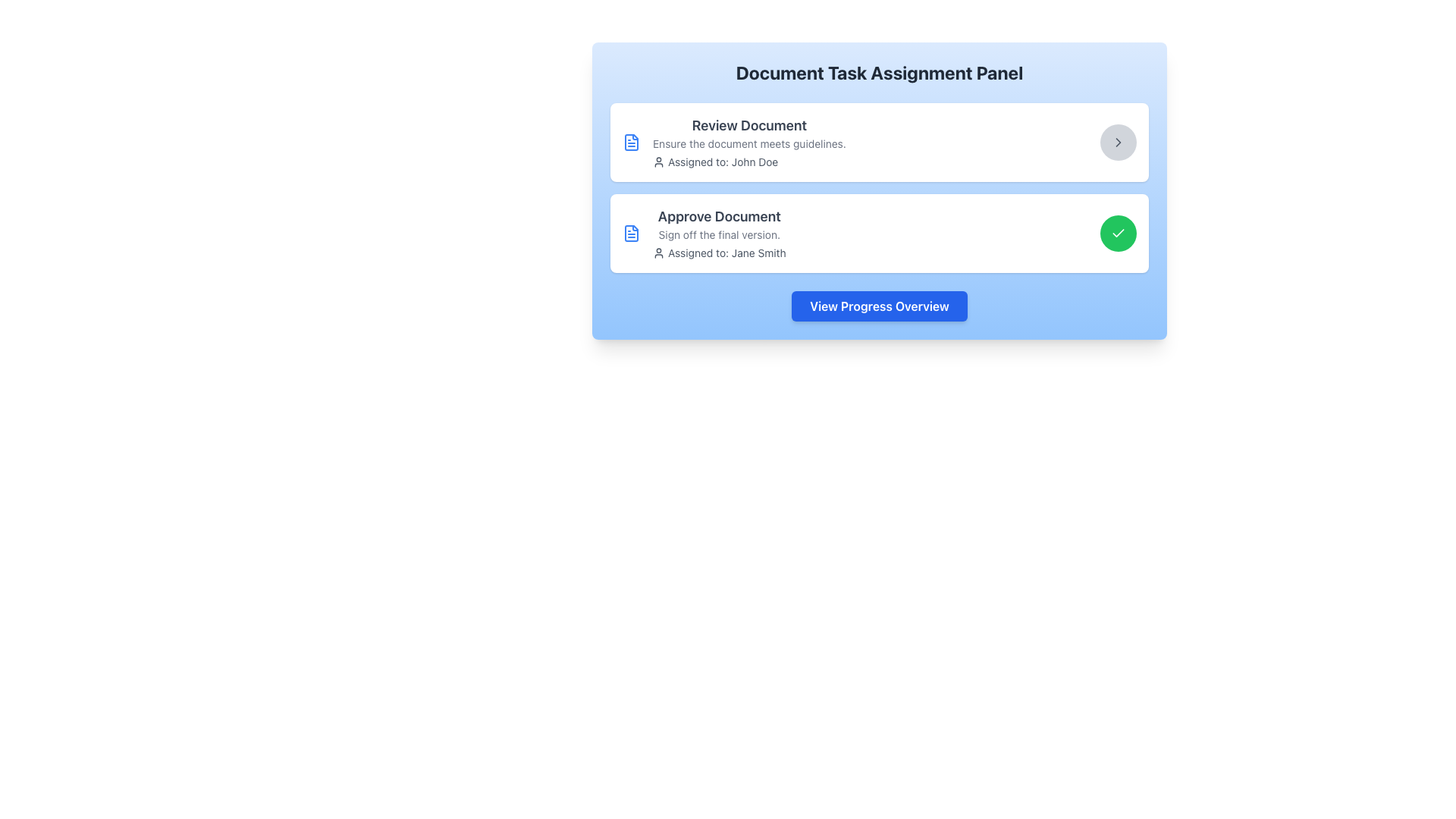 The image size is (1456, 819). I want to click on the document-related icon located at the top left of the task description box adjacent to the 'Review Document' task title, so click(632, 143).